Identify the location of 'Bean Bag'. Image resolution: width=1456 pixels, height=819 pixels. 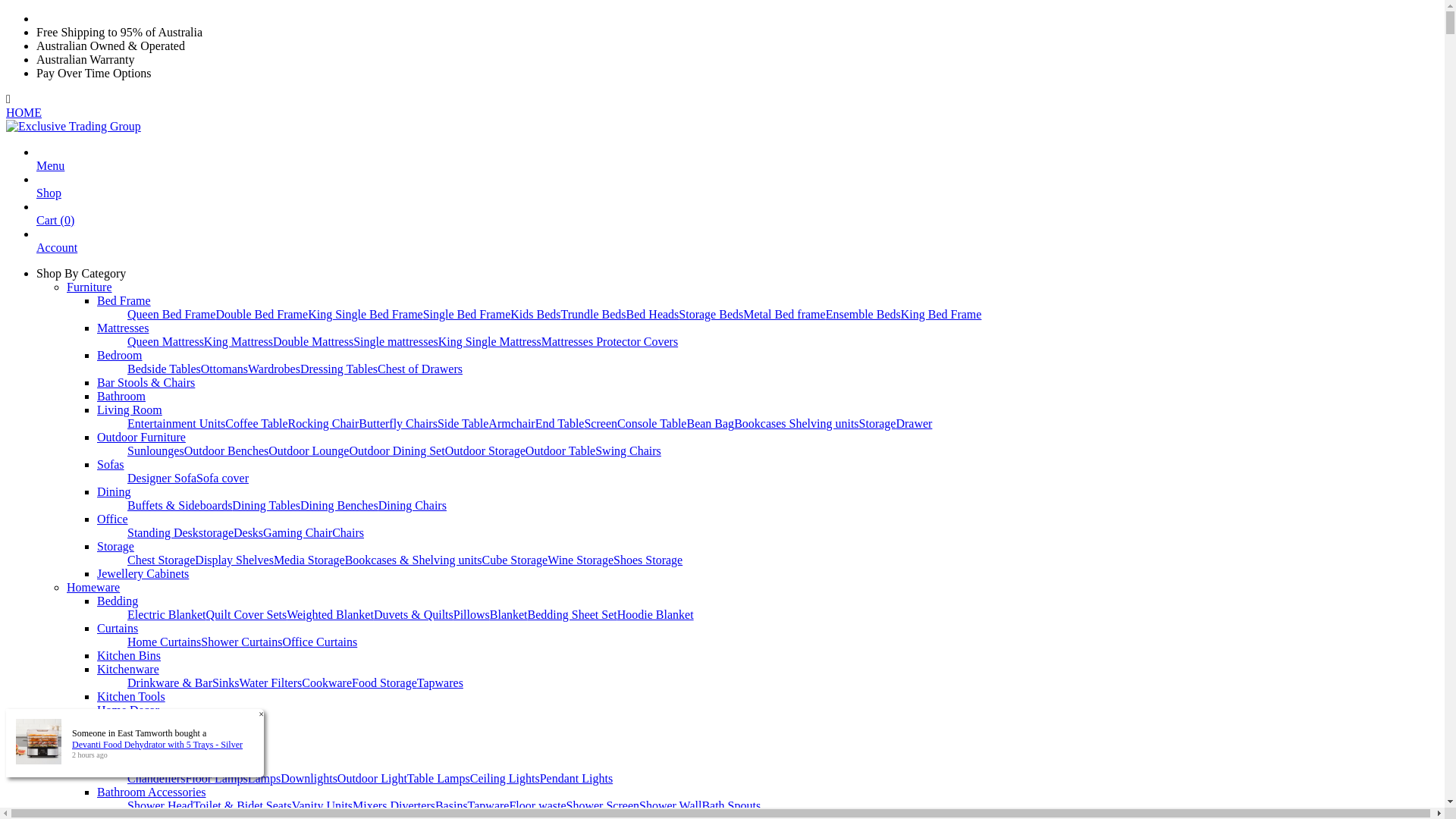
(709, 423).